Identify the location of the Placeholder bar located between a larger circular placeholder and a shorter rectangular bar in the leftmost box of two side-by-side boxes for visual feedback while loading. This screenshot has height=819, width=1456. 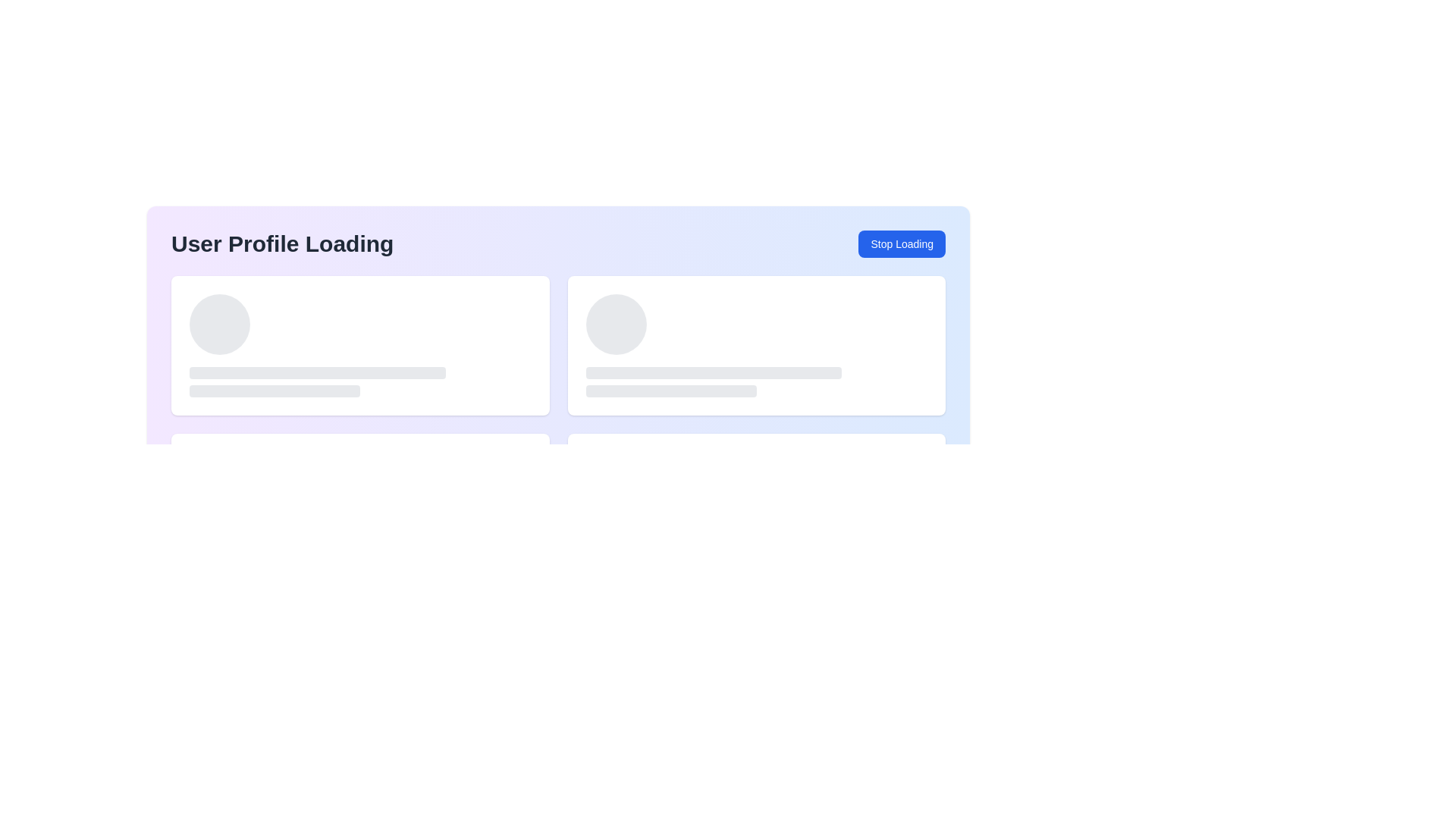
(316, 373).